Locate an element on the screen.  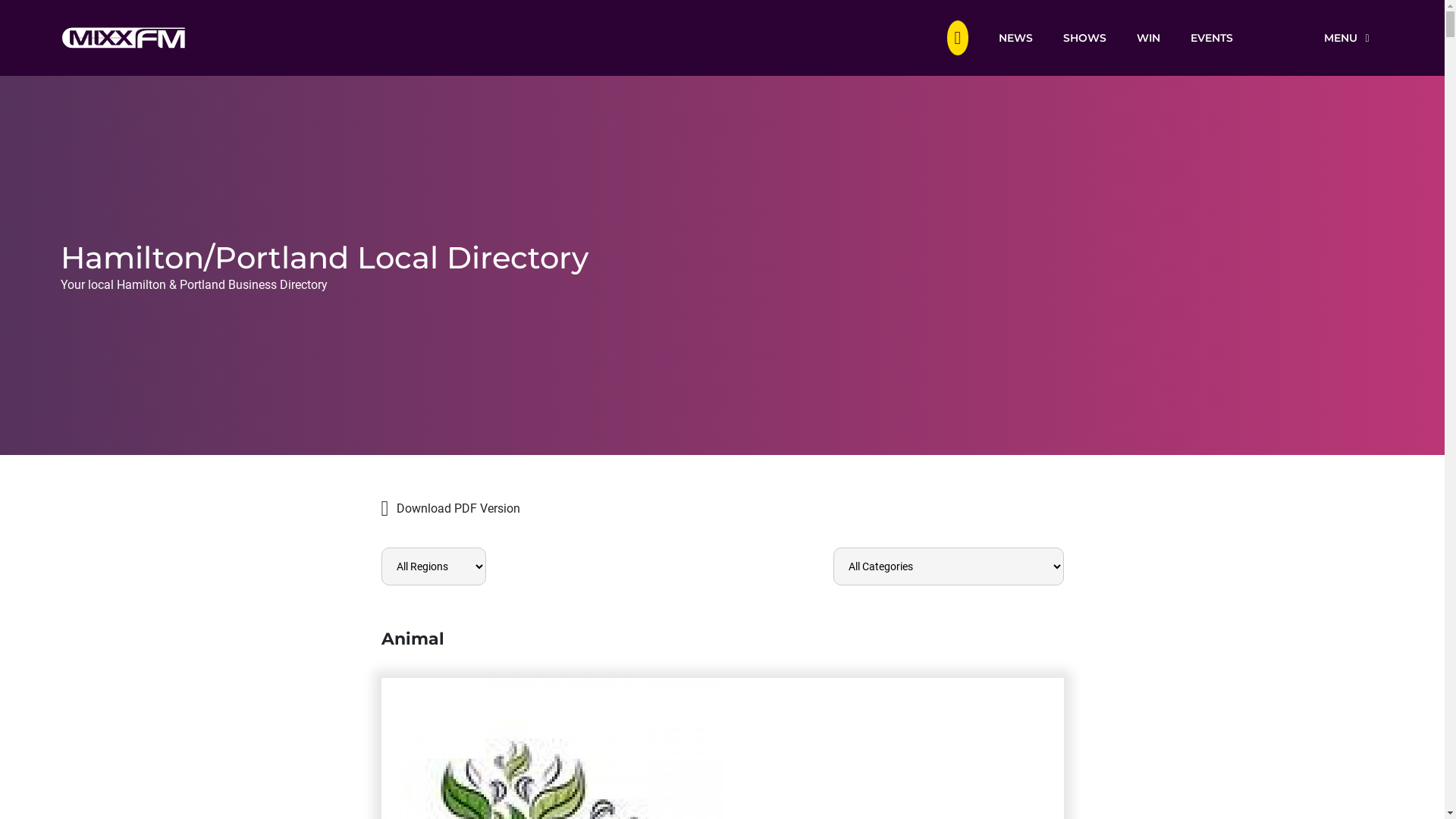
'SHOWS' is located at coordinates (1084, 36).